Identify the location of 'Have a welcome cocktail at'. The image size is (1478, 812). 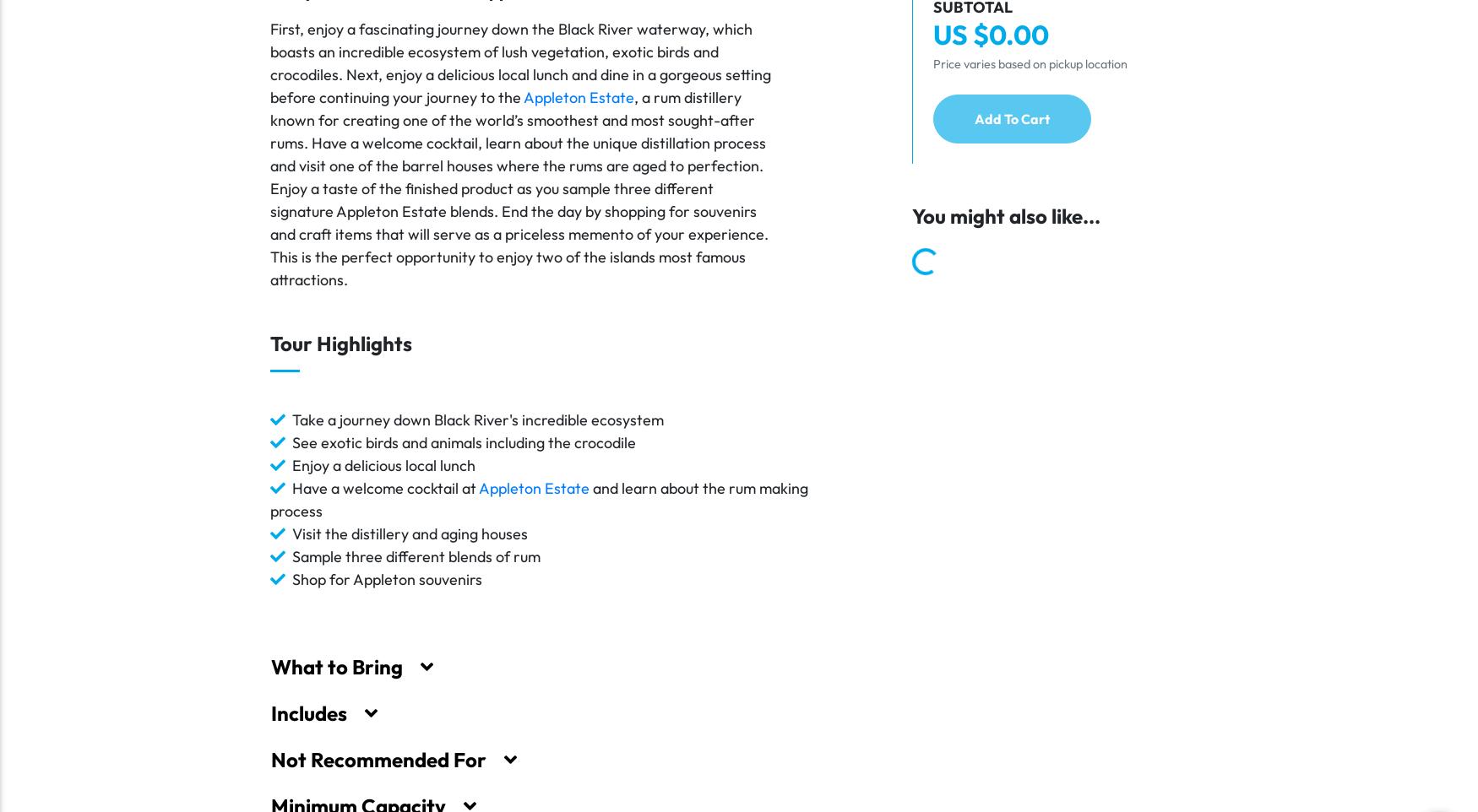
(385, 487).